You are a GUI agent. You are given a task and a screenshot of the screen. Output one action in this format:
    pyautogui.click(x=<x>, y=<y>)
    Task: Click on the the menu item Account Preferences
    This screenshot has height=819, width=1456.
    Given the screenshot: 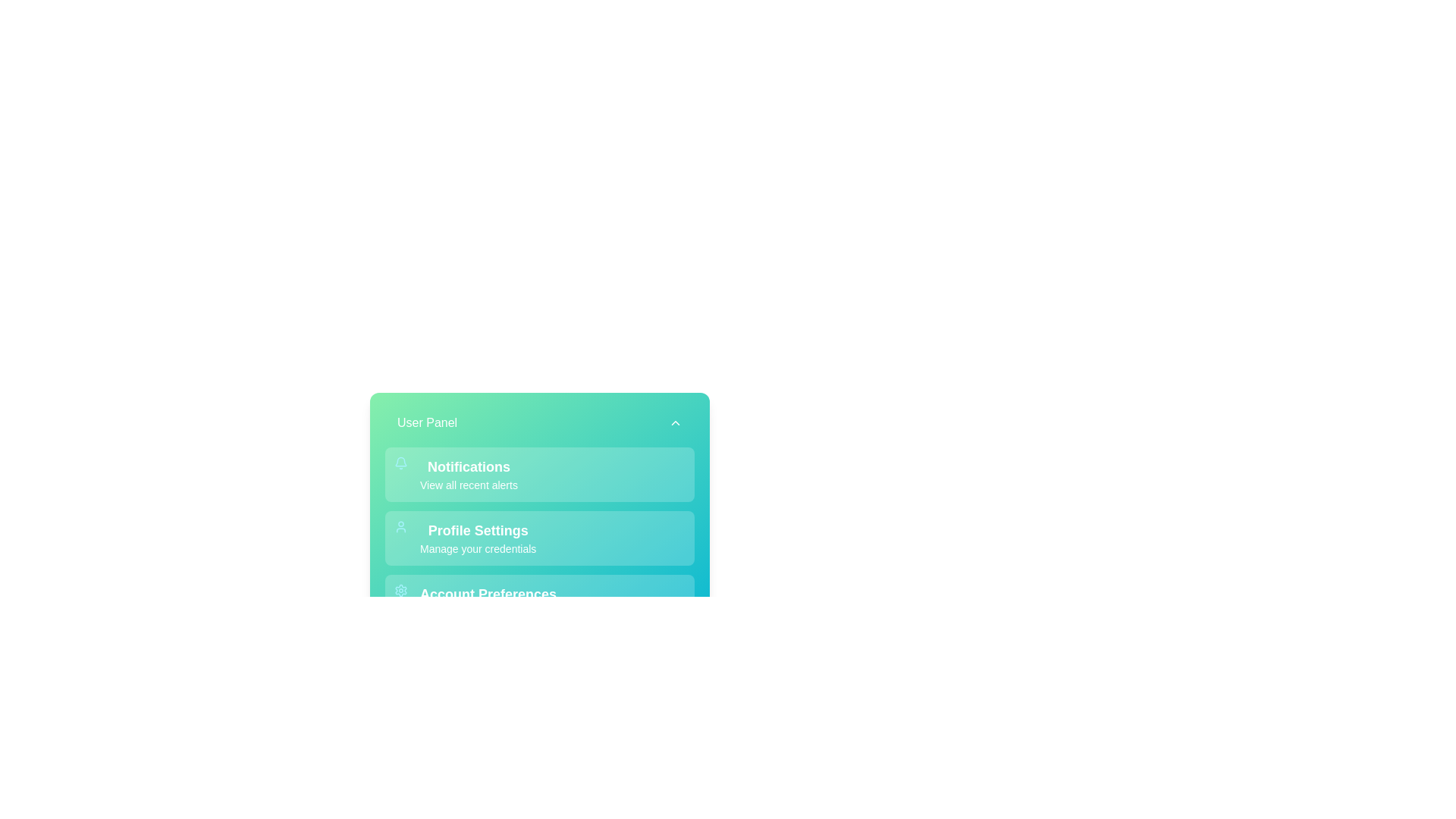 What is the action you would take?
    pyautogui.click(x=539, y=601)
    